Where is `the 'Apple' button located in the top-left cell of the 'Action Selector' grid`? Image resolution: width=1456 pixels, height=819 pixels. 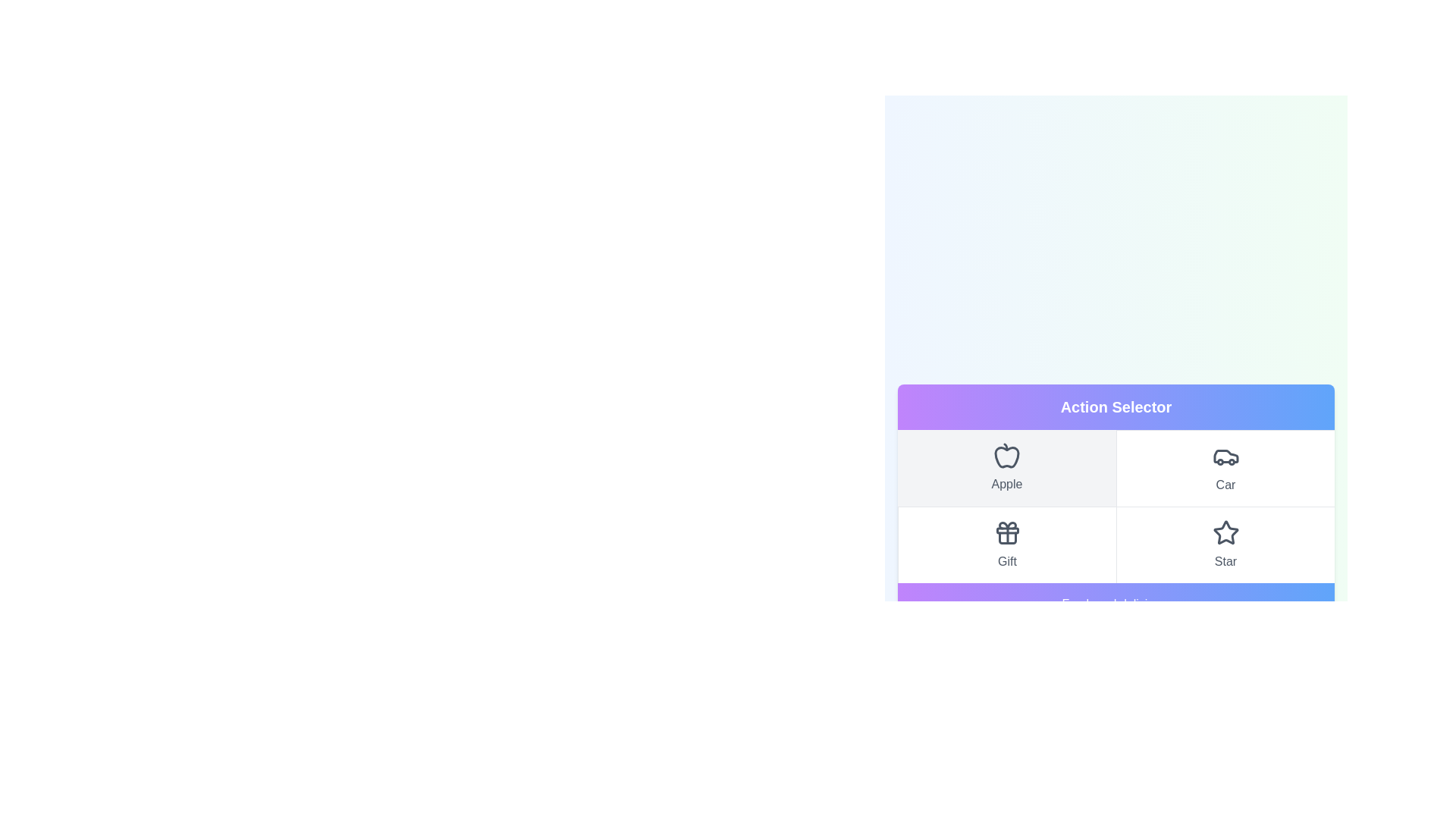 the 'Apple' button located in the top-left cell of the 'Action Selector' grid is located at coordinates (1007, 467).